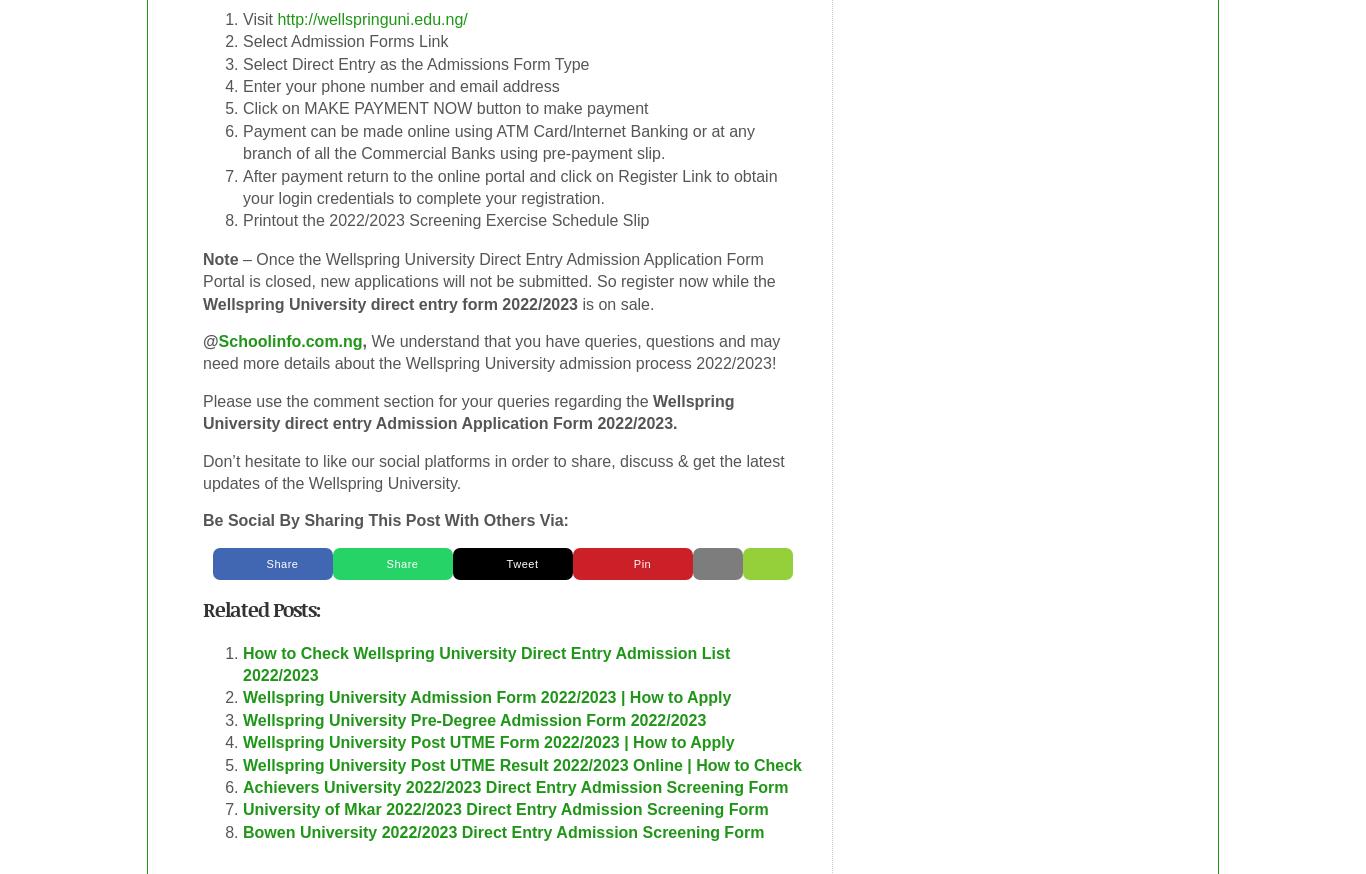  Describe the element at coordinates (243, 809) in the screenshot. I see `'University of Mkar 2022/2023 Direct Entry Admission Screening Form'` at that location.